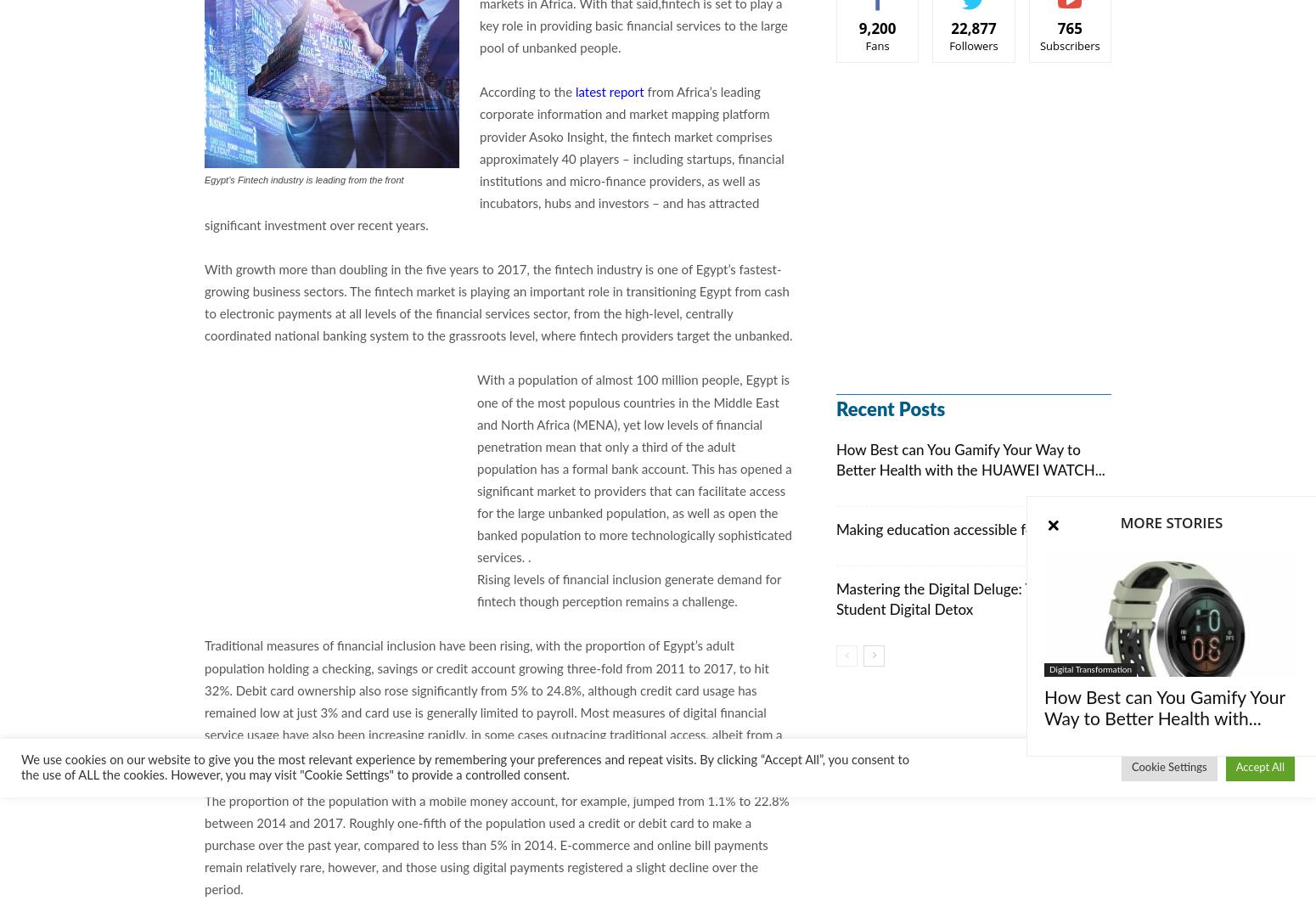  I want to click on 'Mastering the Digital Deluge: Tips for Student Digital Detox', so click(953, 599).